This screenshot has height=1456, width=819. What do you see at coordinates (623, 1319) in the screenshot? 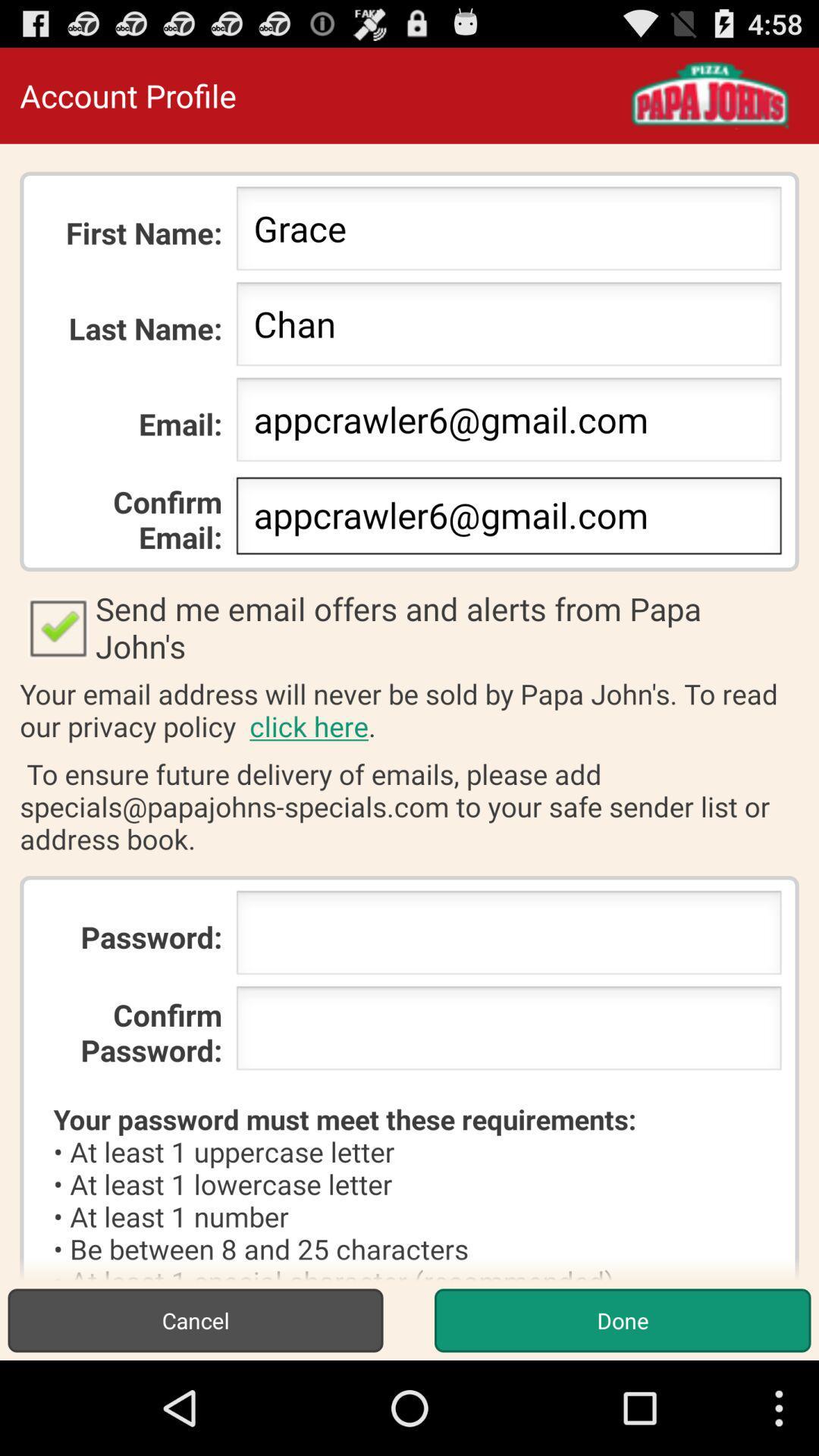
I see `the button next to the cancel icon` at bounding box center [623, 1319].